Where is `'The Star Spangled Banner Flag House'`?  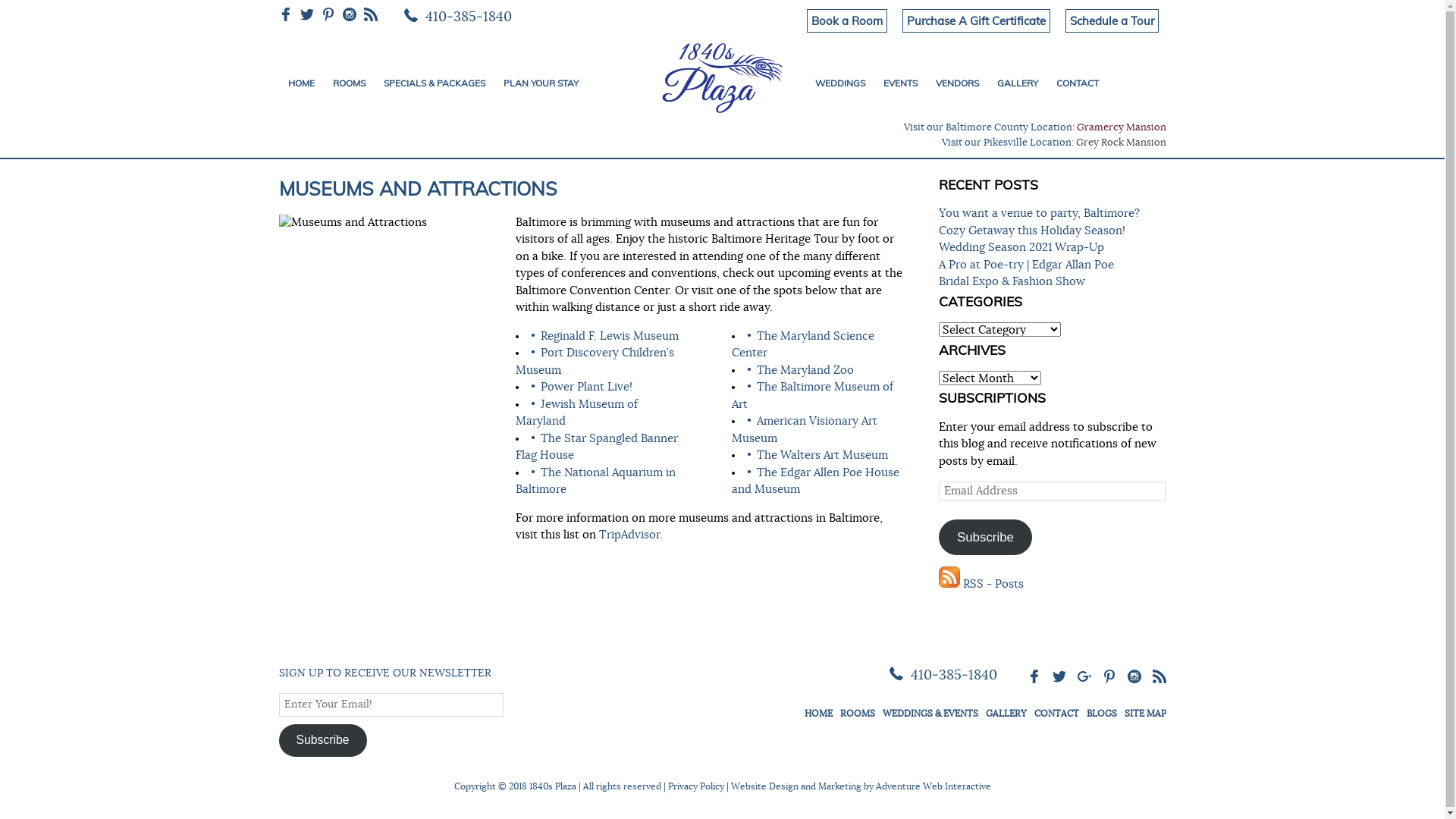 'The Star Spangled Banner Flag House' is located at coordinates (596, 446).